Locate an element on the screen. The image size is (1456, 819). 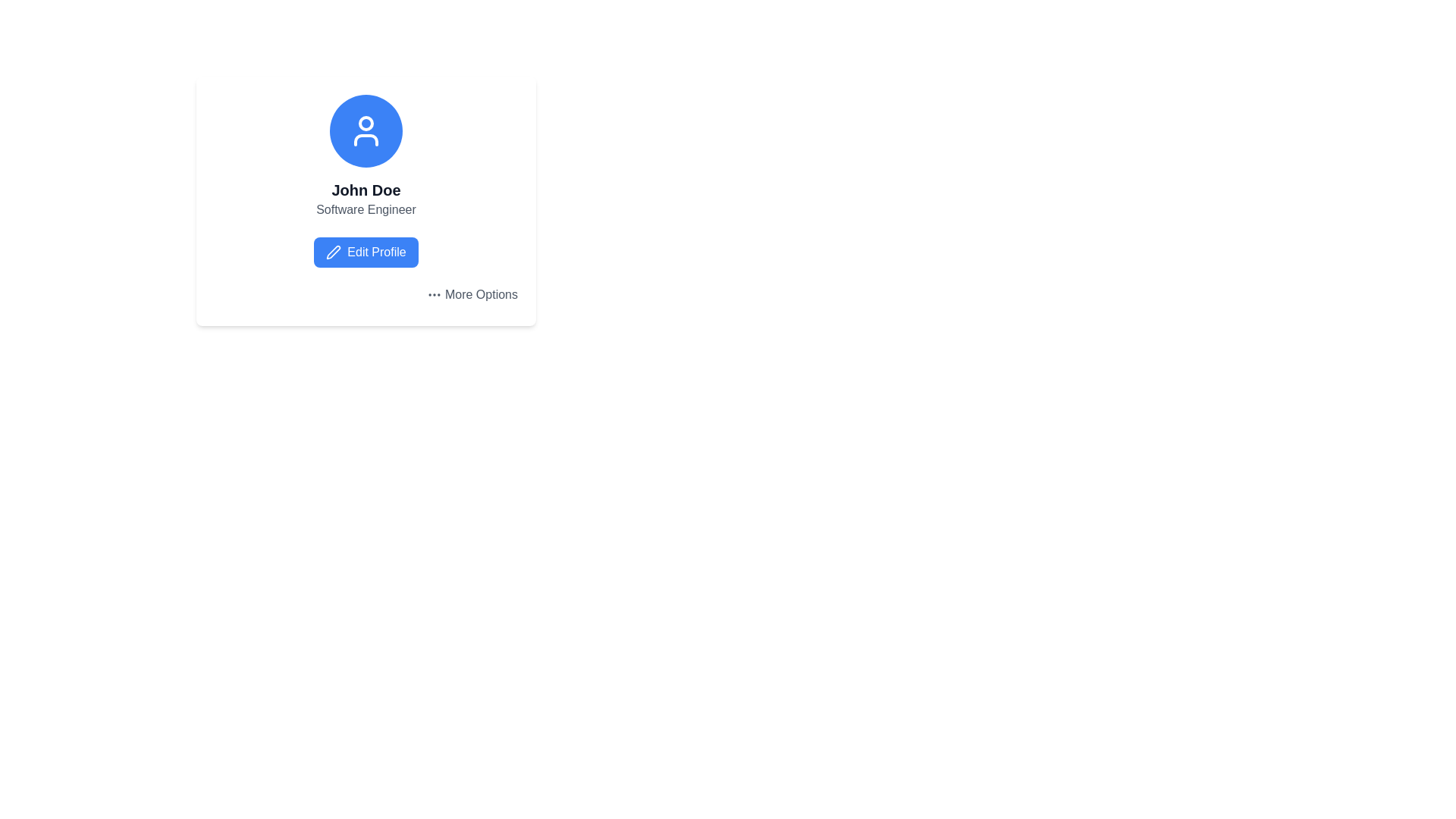
the profile icon located centrally within a circular blue background at the top of the profile card layout, above the text 'John Doe' and 'Software Engineer' is located at coordinates (366, 130).